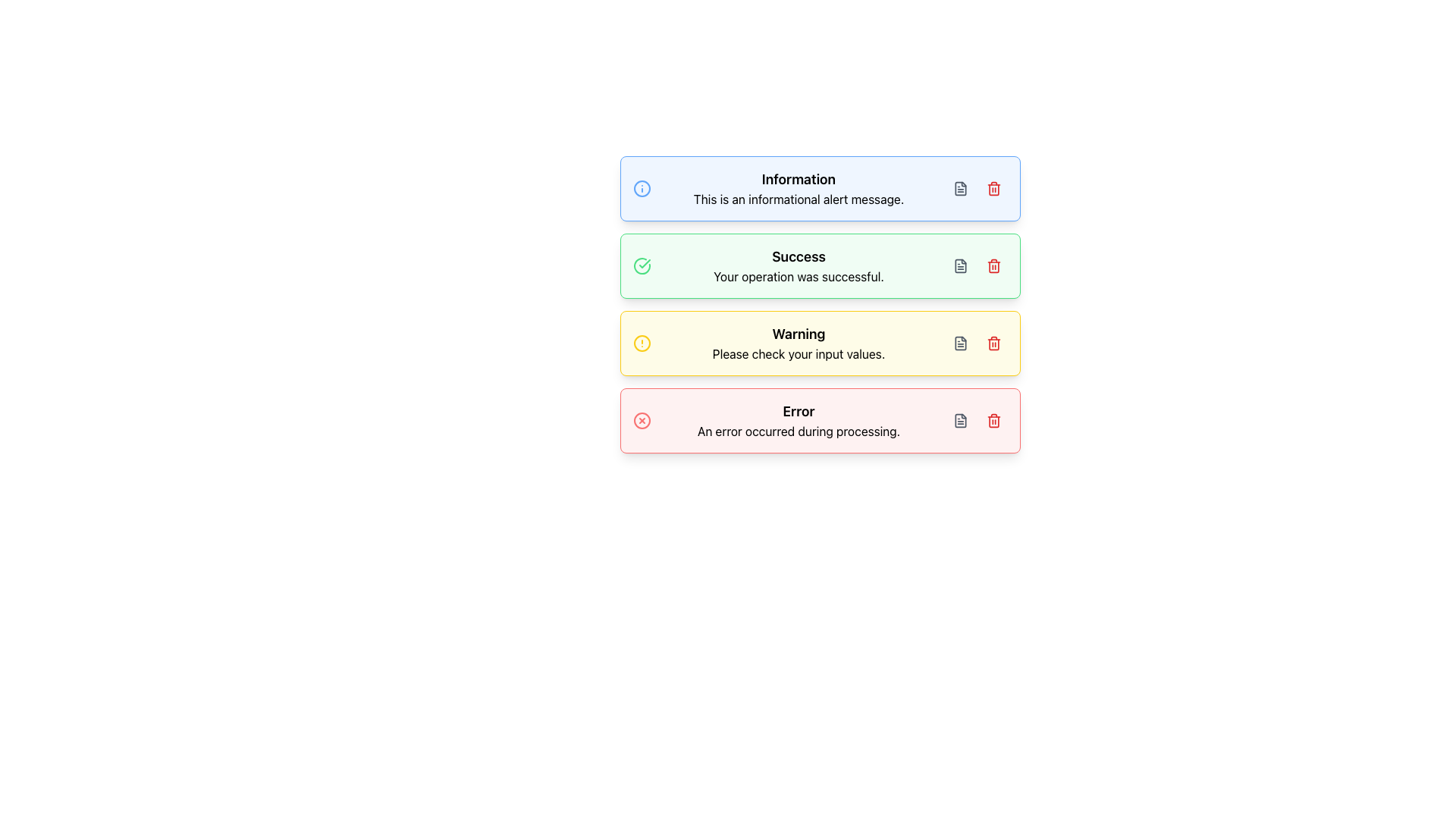 This screenshot has height=819, width=1456. Describe the element at coordinates (798, 178) in the screenshot. I see `bold header text 'Information' which is centered in the top portion of a blue alert card` at that location.